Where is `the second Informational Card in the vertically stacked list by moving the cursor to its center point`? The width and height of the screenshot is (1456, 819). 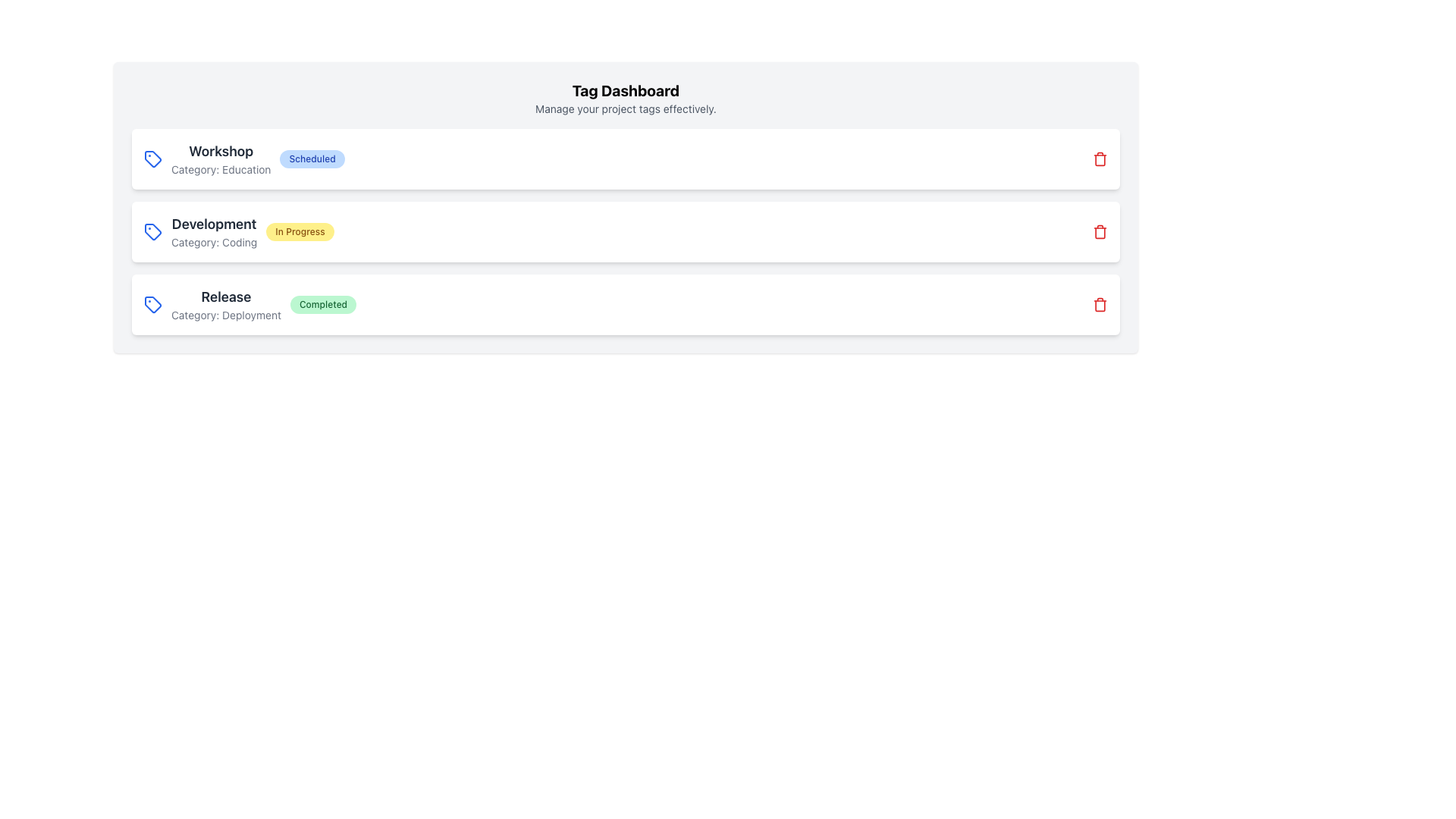
the second Informational Card in the vertically stacked list by moving the cursor to its center point is located at coordinates (626, 231).